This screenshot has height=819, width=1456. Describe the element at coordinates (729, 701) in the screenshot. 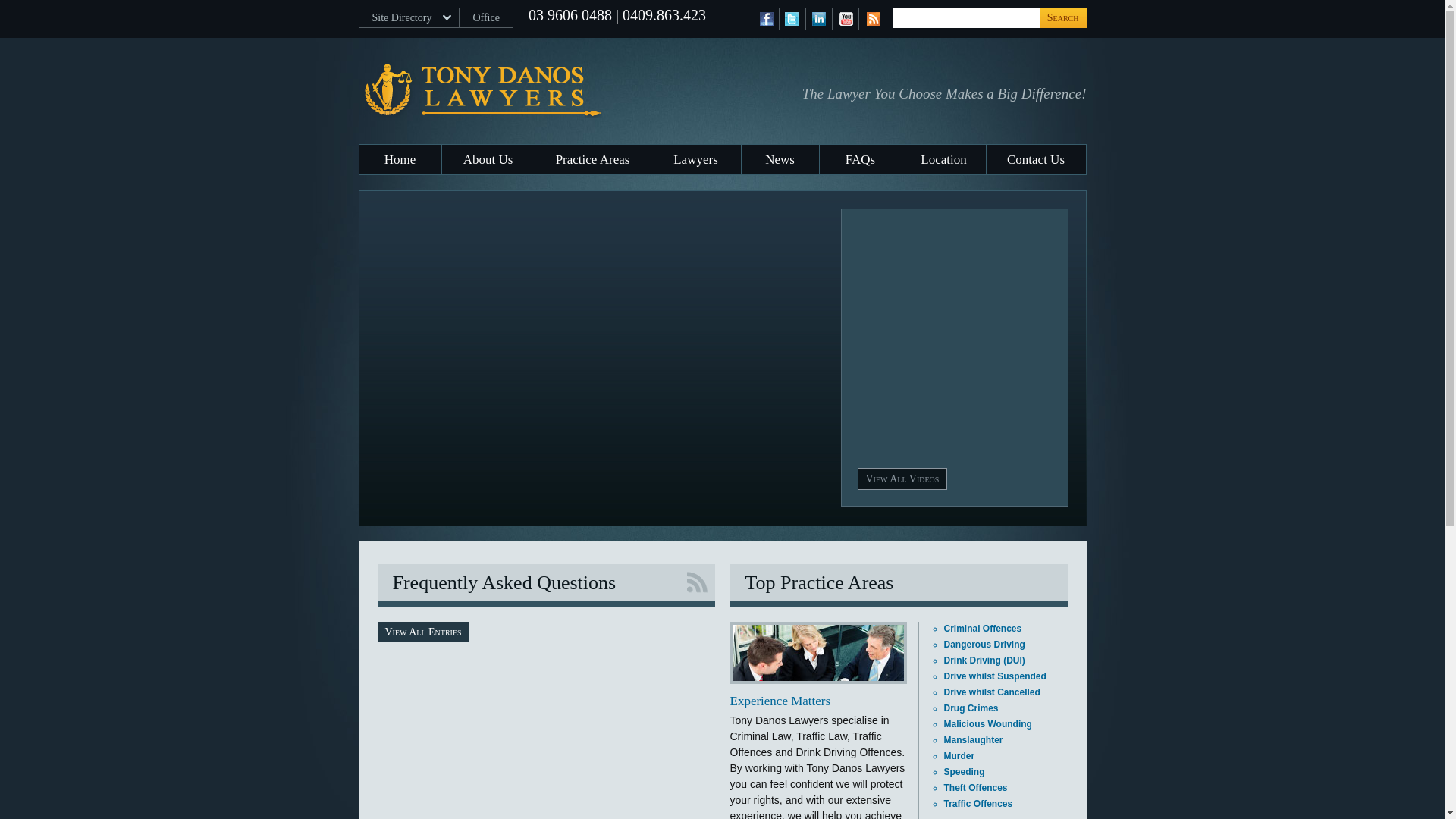

I see `'Experience Matters'` at that location.